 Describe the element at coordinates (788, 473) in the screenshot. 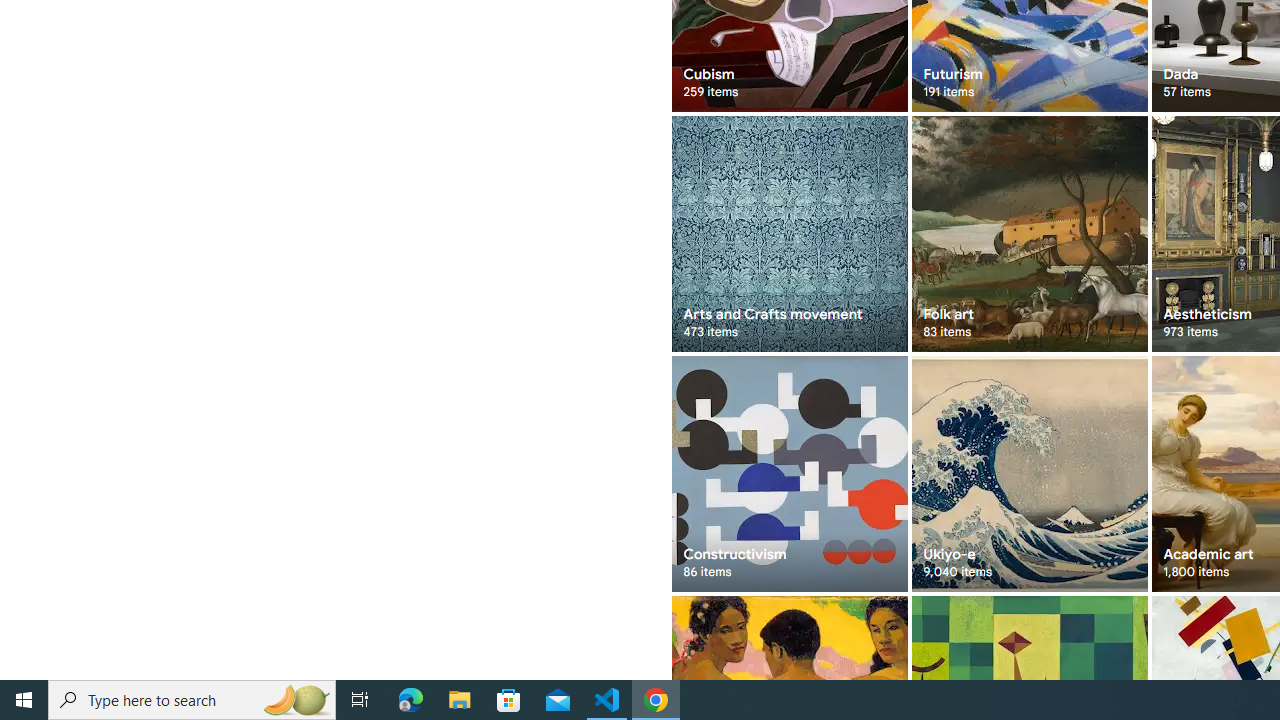

I see `'Constructivism 86 items'` at that location.